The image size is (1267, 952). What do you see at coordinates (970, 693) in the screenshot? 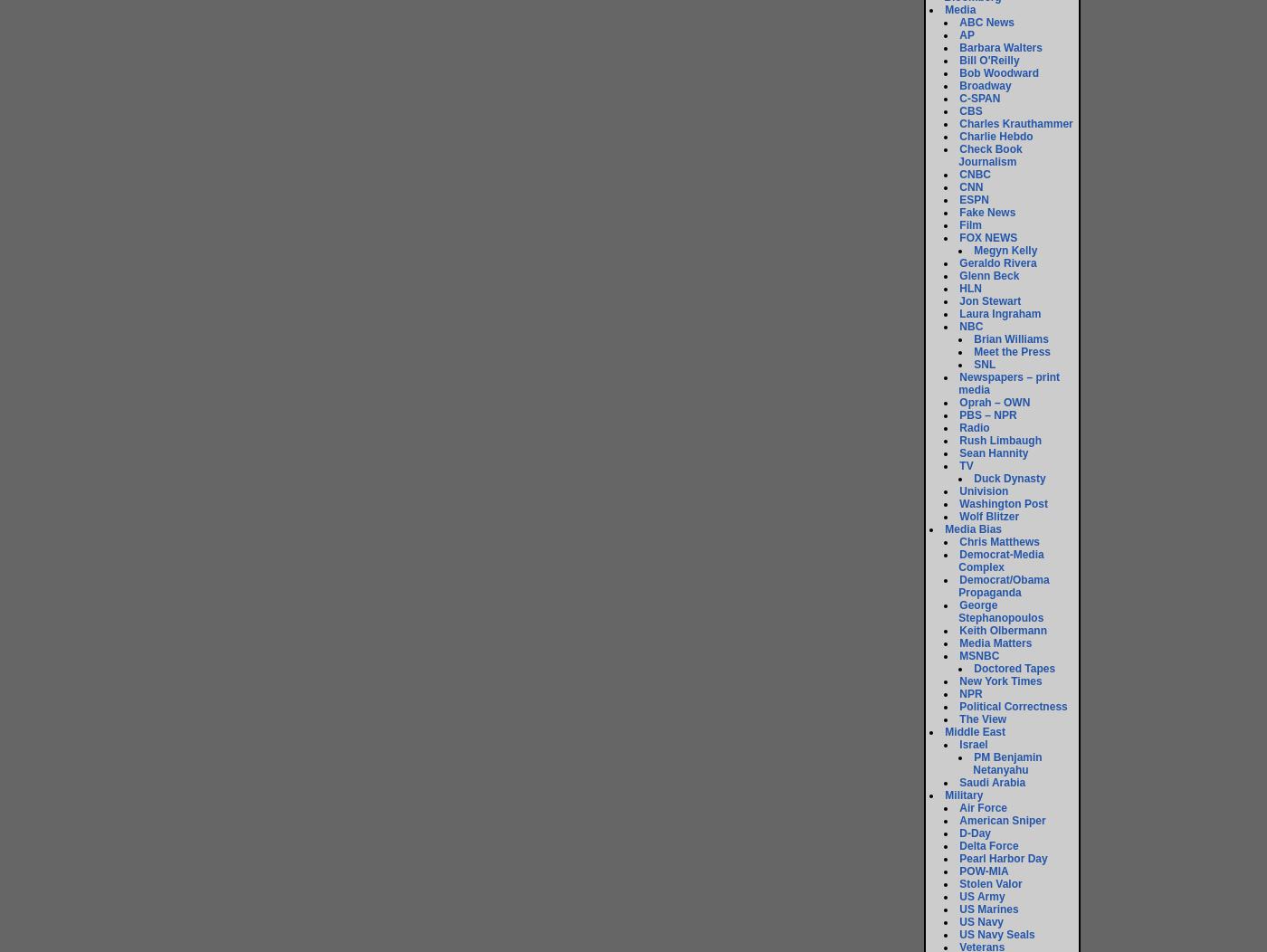
I see `'NPR'` at bounding box center [970, 693].